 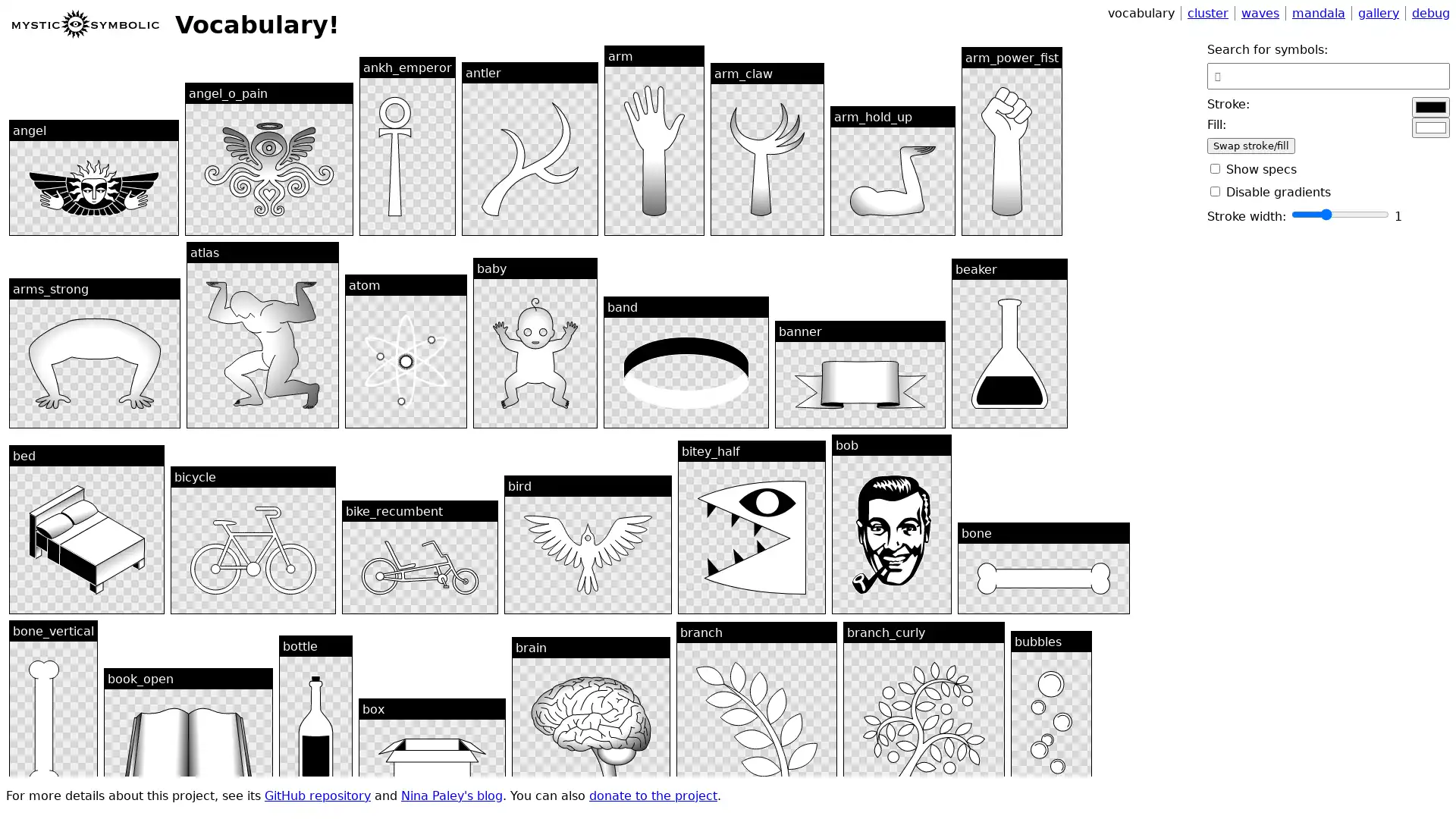 I want to click on Swap stroke/fill, so click(x=1251, y=146).